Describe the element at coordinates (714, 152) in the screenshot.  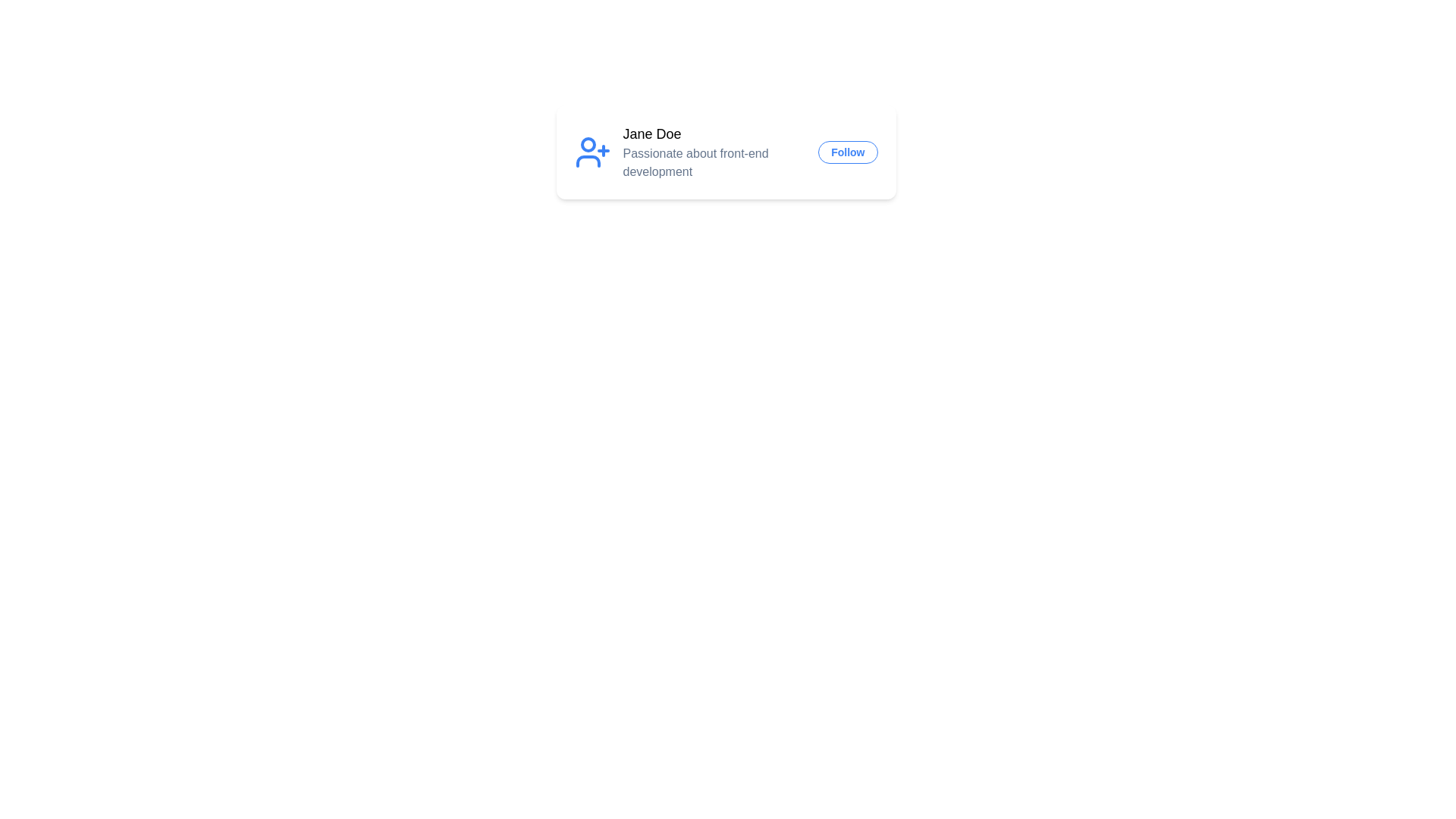
I see `text displayed in the informational text block located in the center of the user card, which is situated between the user icon and the 'Follow' button` at that location.